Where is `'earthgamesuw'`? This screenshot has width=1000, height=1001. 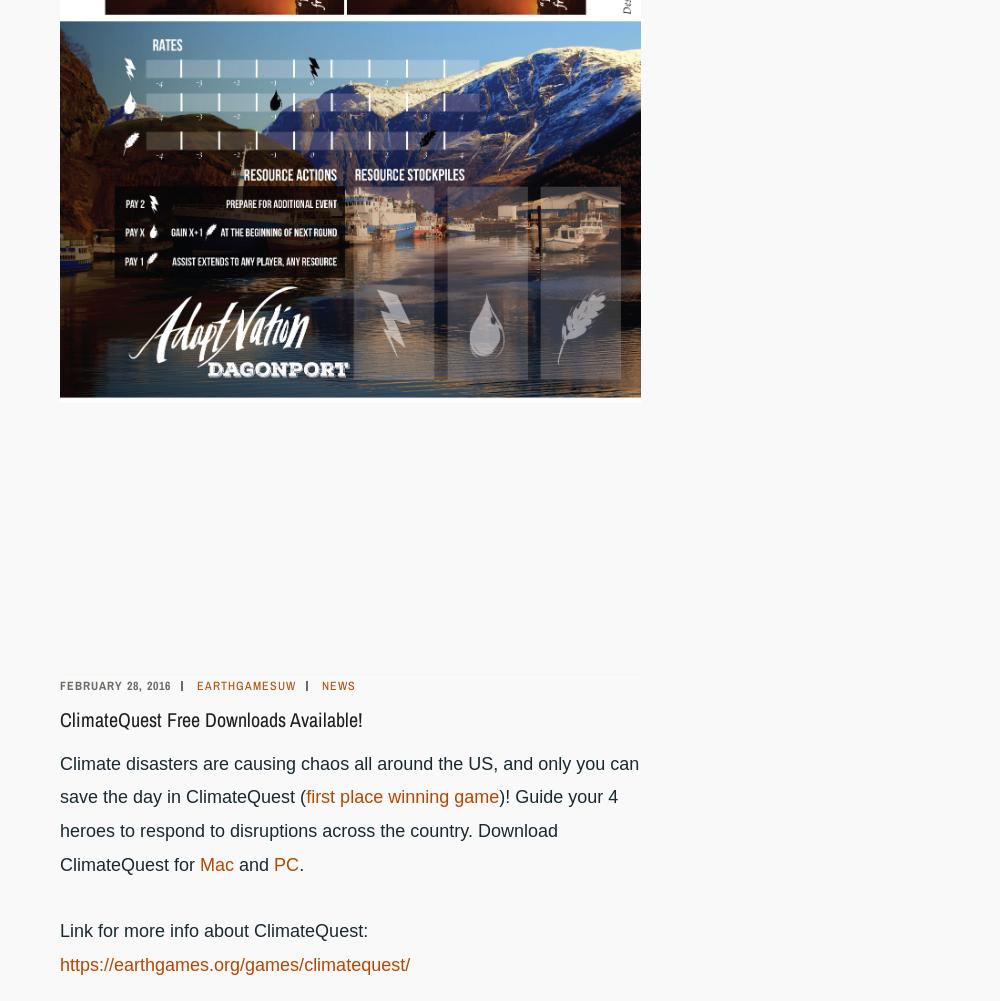 'earthgamesuw' is located at coordinates (245, 684).